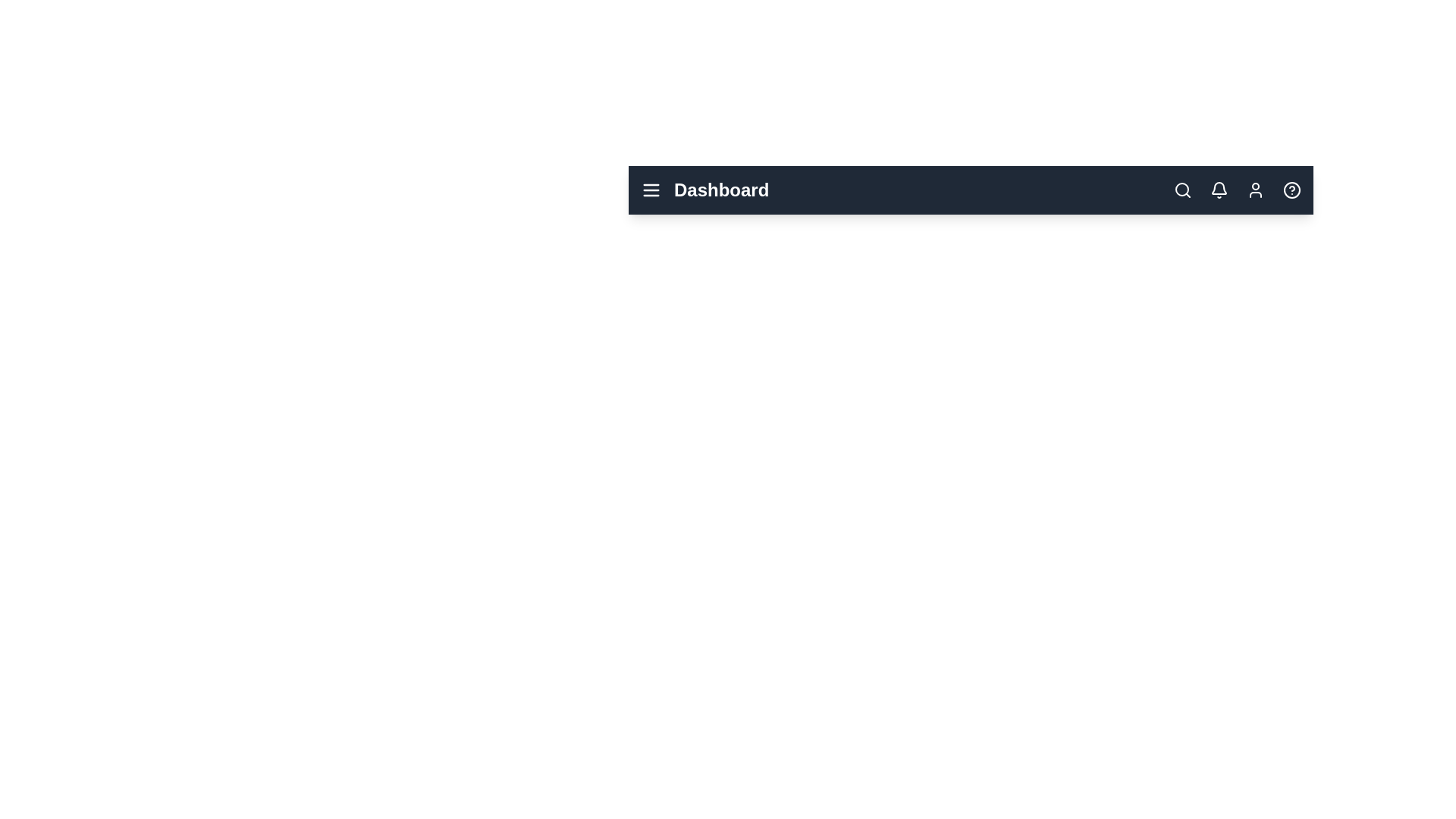 This screenshot has height=819, width=1456. What do you see at coordinates (1219, 189) in the screenshot?
I see `the notification bell icon to view notifications` at bounding box center [1219, 189].